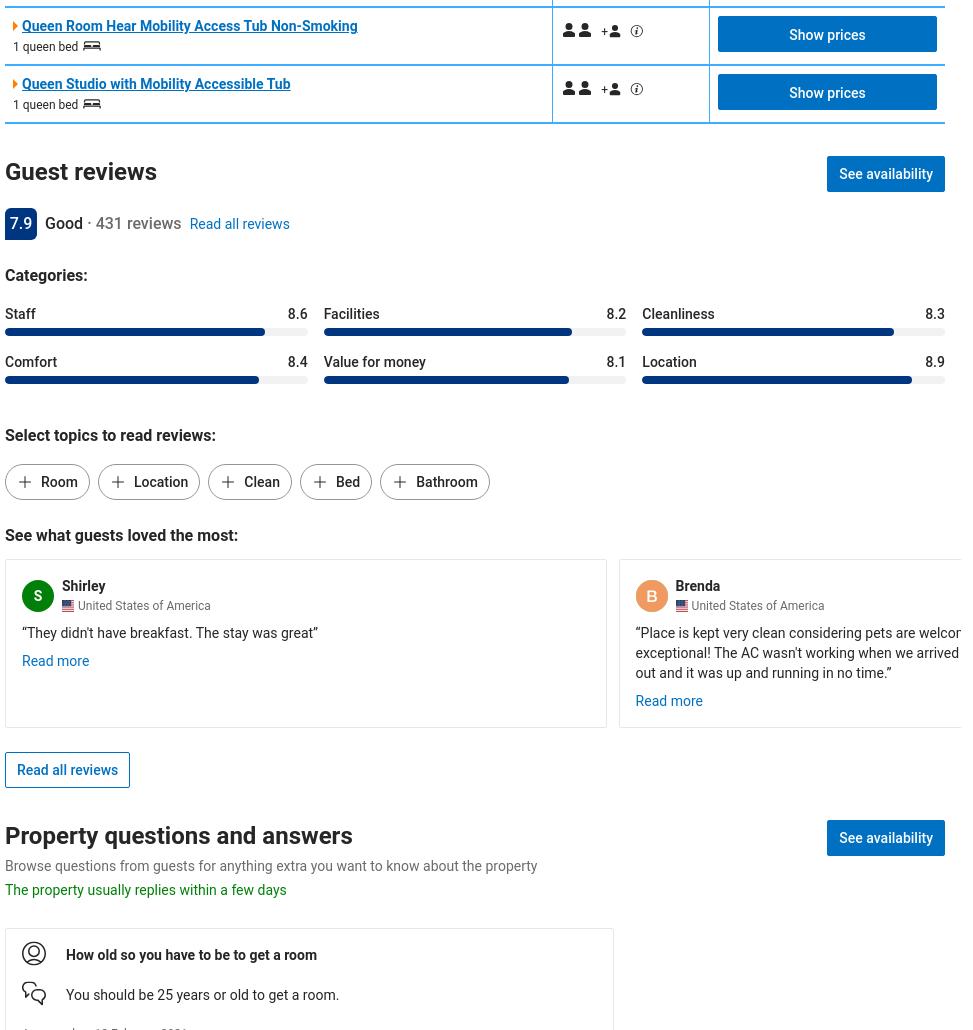 The image size is (973, 1030). Describe the element at coordinates (64, 223) in the screenshot. I see `'Good'` at that location.